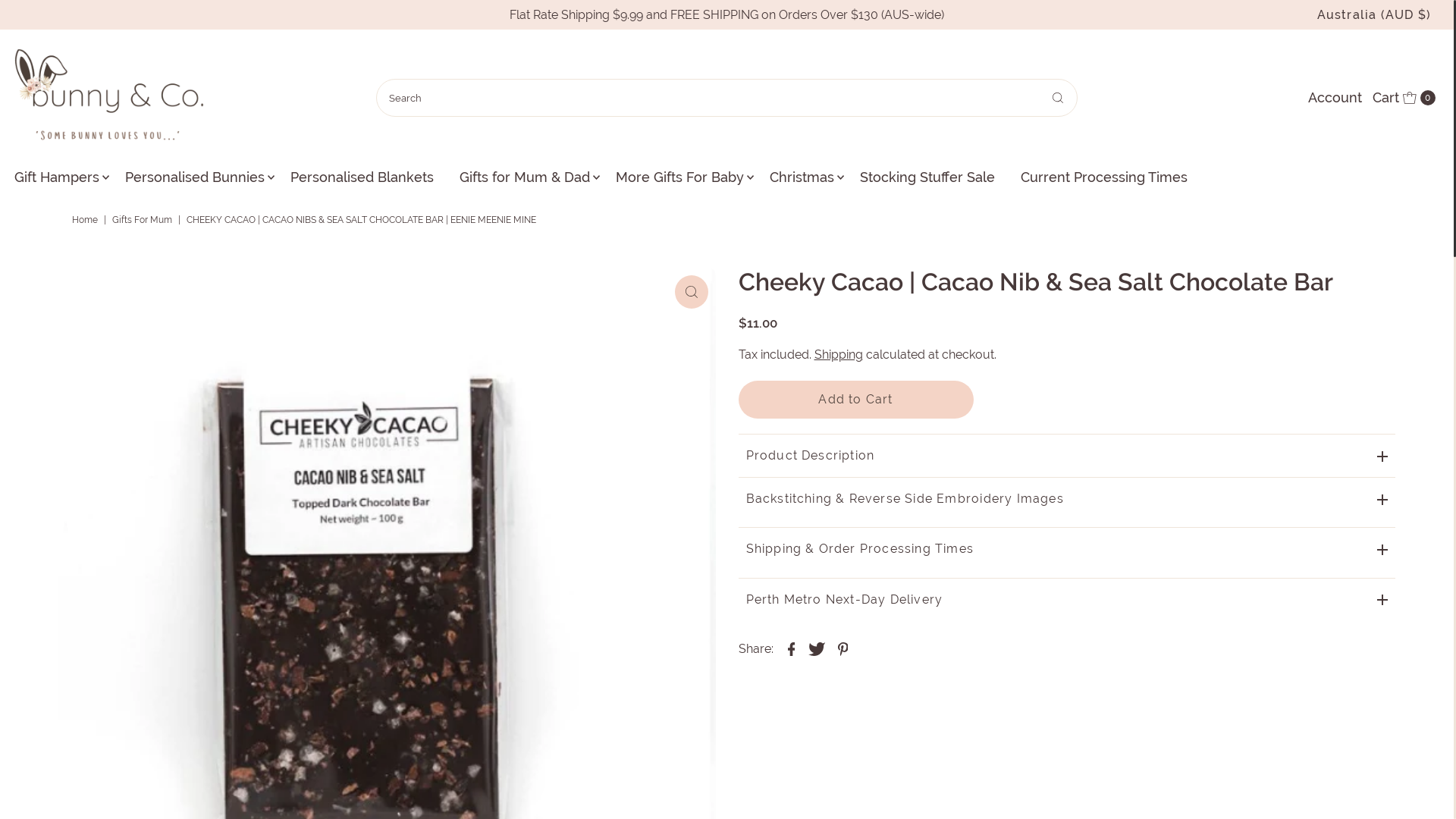  What do you see at coordinates (194, 177) in the screenshot?
I see `'Personalised Bunnies'` at bounding box center [194, 177].